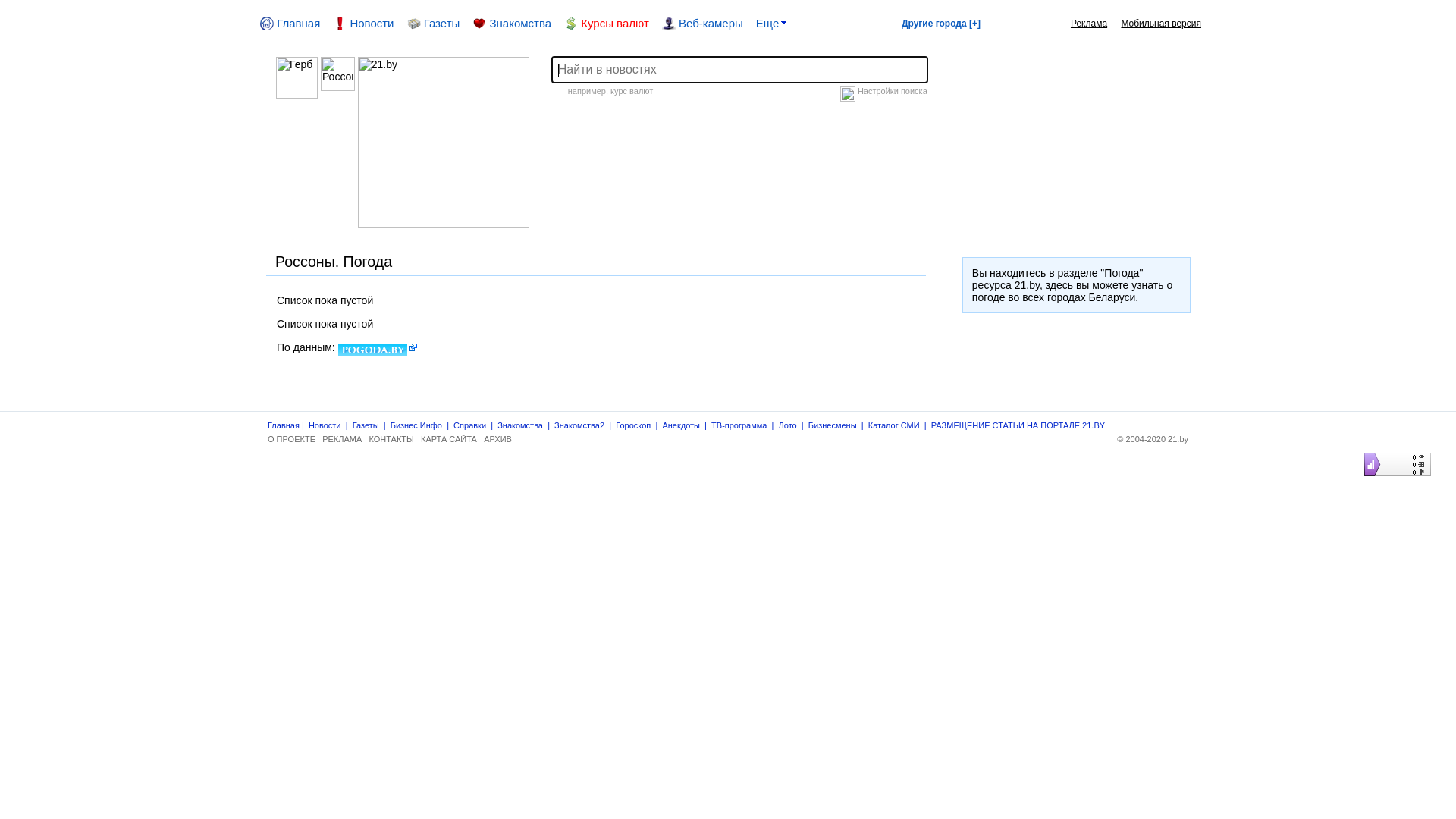 The width and height of the screenshot is (1456, 819). I want to click on 'LiveInternet', so click(1360, 452).